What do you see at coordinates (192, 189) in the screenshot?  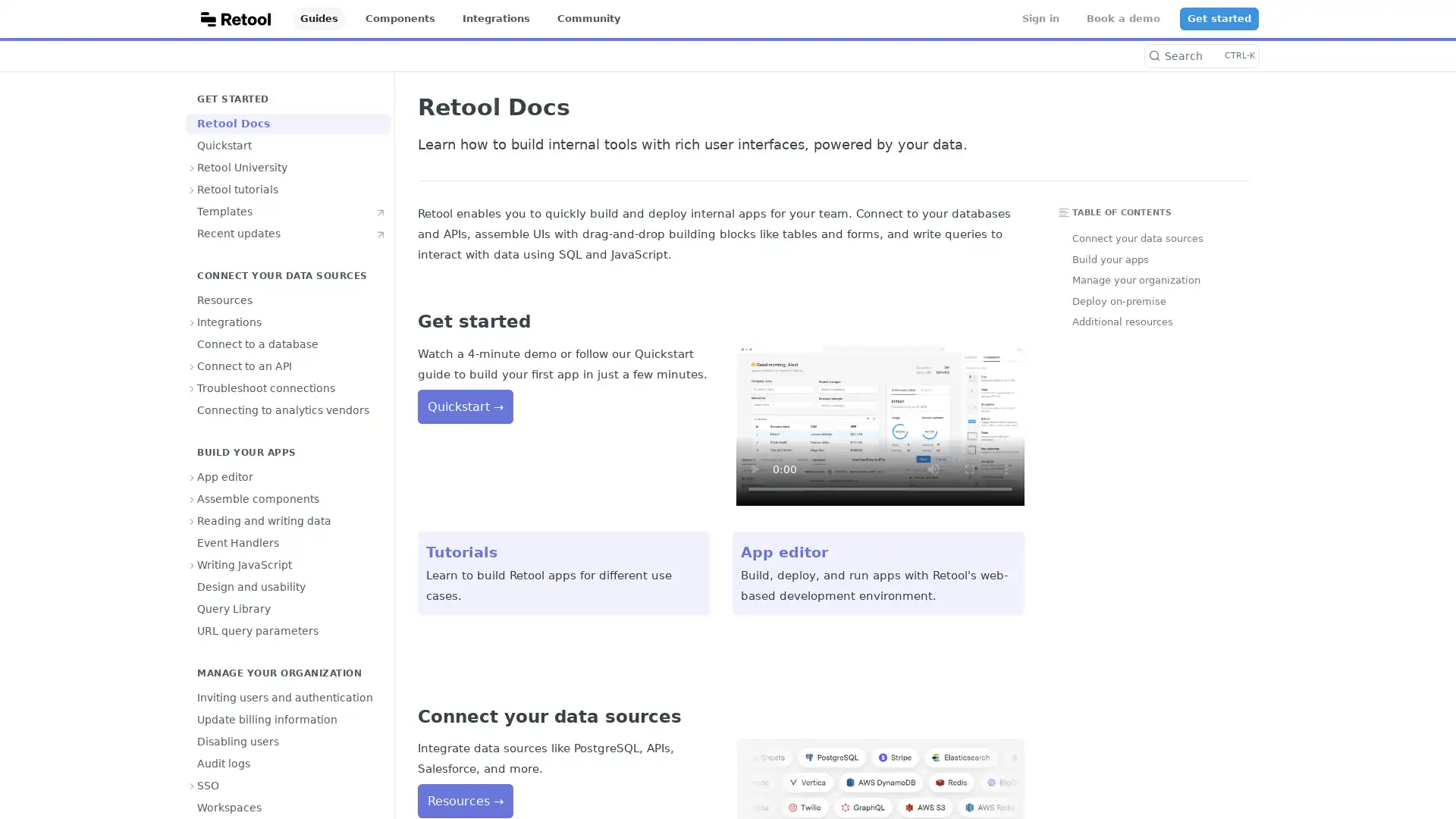 I see `Show subpages for Retool tutorials` at bounding box center [192, 189].